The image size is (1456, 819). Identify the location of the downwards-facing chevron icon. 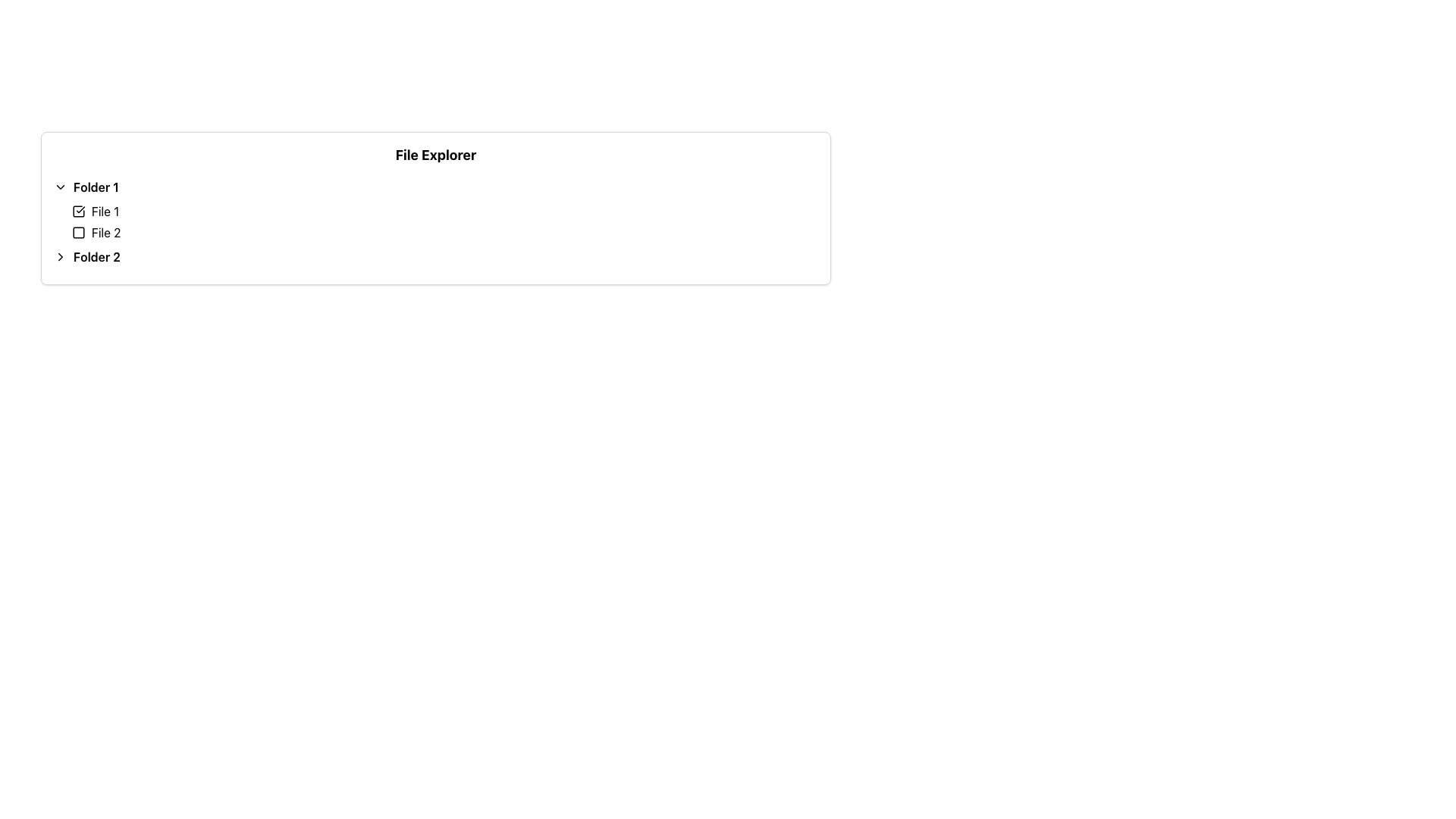
(61, 186).